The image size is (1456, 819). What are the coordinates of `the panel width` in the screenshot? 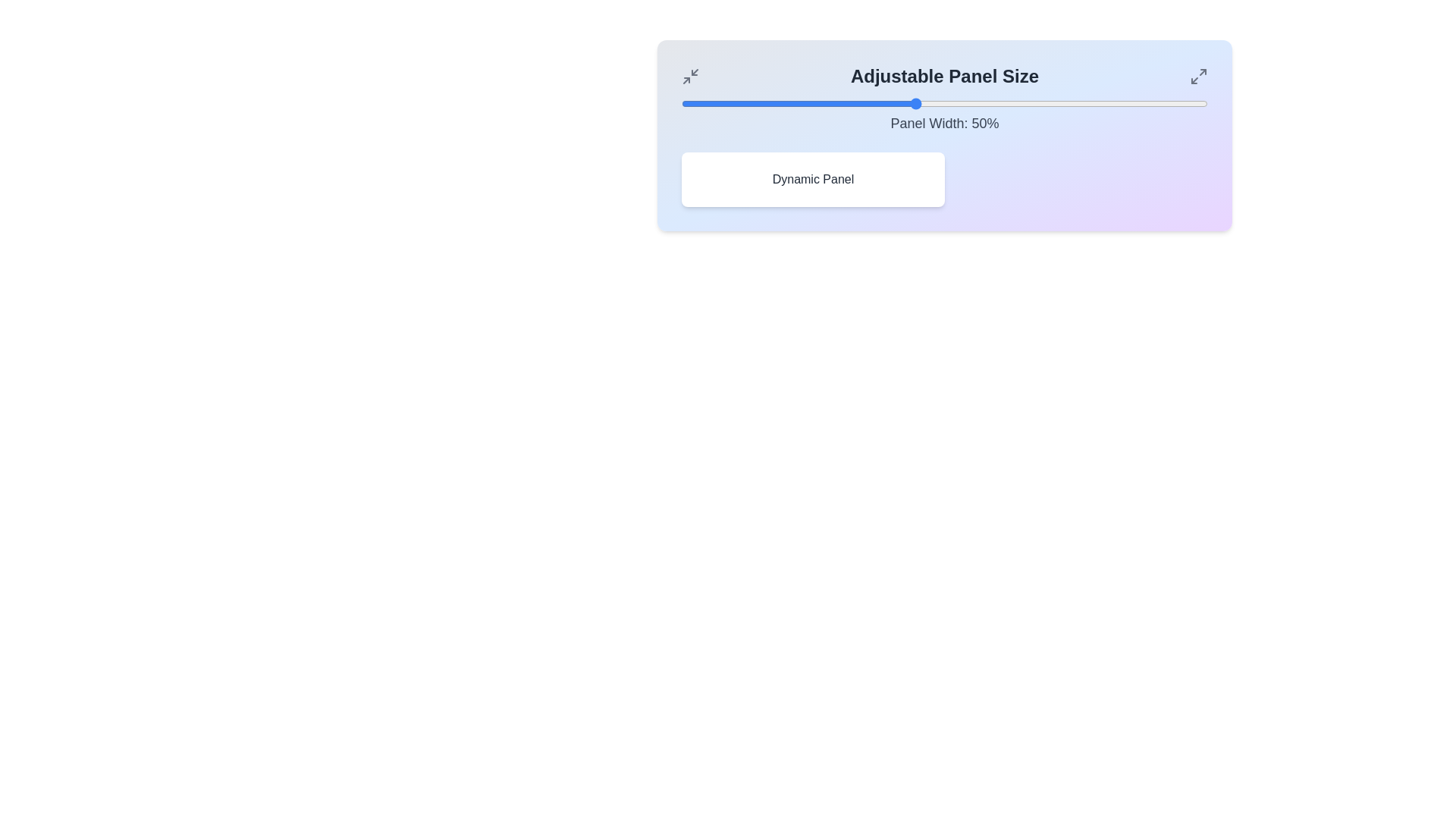 It's located at (1166, 103).